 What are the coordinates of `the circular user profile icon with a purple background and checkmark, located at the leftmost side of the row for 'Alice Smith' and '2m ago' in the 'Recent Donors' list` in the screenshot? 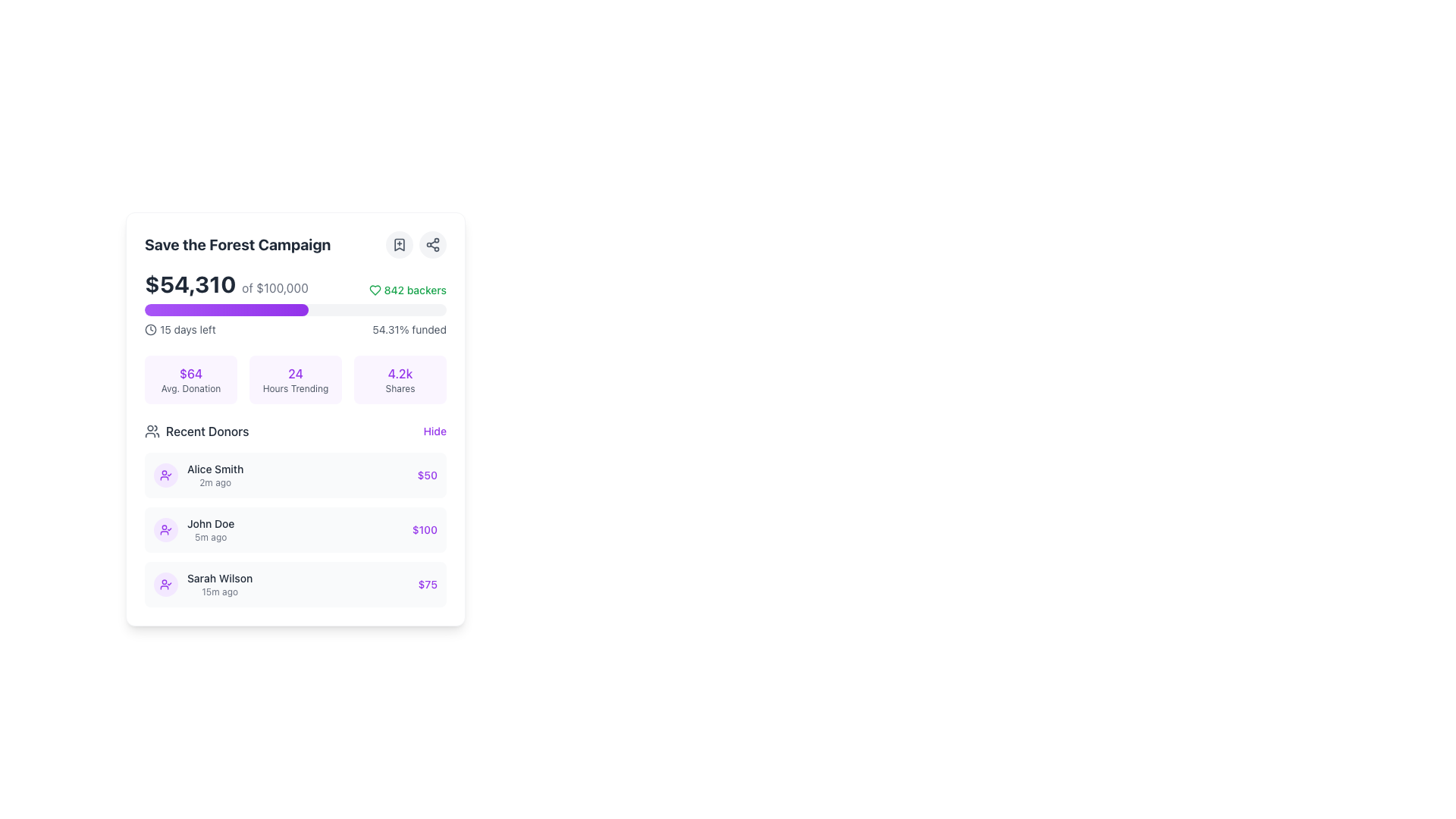 It's located at (166, 475).